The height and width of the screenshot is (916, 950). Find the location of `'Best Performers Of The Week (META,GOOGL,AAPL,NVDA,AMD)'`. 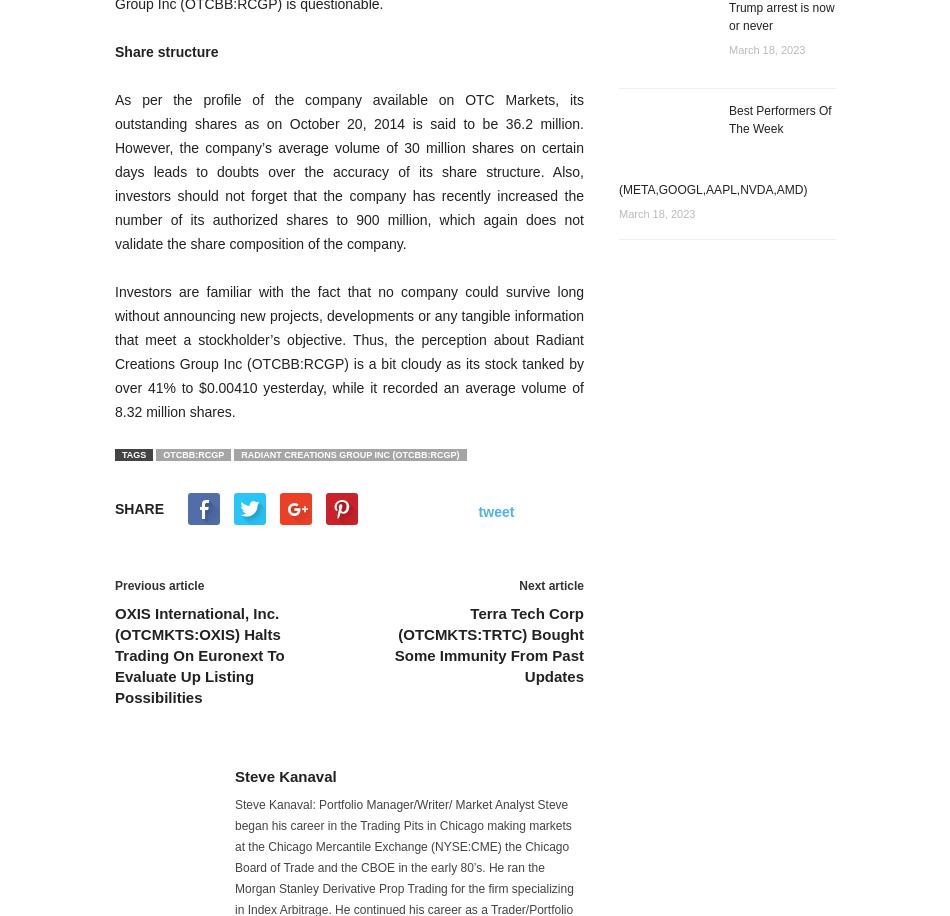

'Best Performers Of The Week (META,GOOGL,AAPL,NVDA,AMD)' is located at coordinates (724, 150).